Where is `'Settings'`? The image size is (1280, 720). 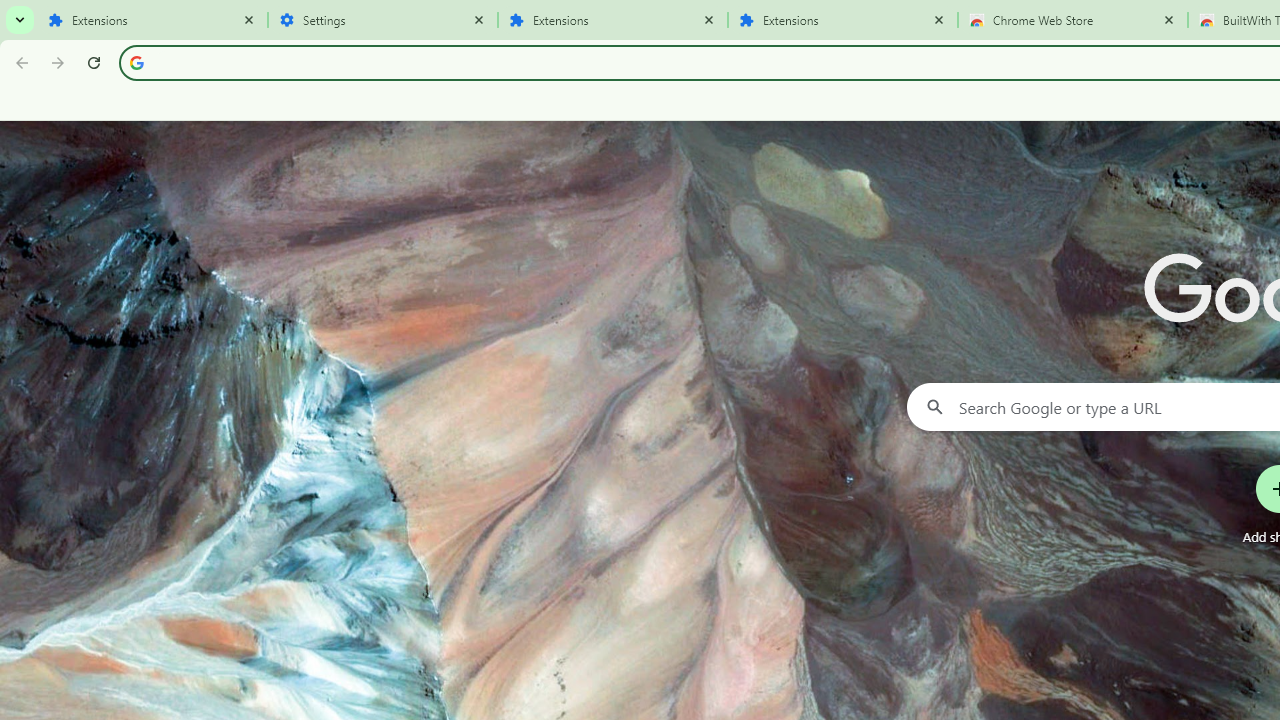 'Settings' is located at coordinates (382, 20).